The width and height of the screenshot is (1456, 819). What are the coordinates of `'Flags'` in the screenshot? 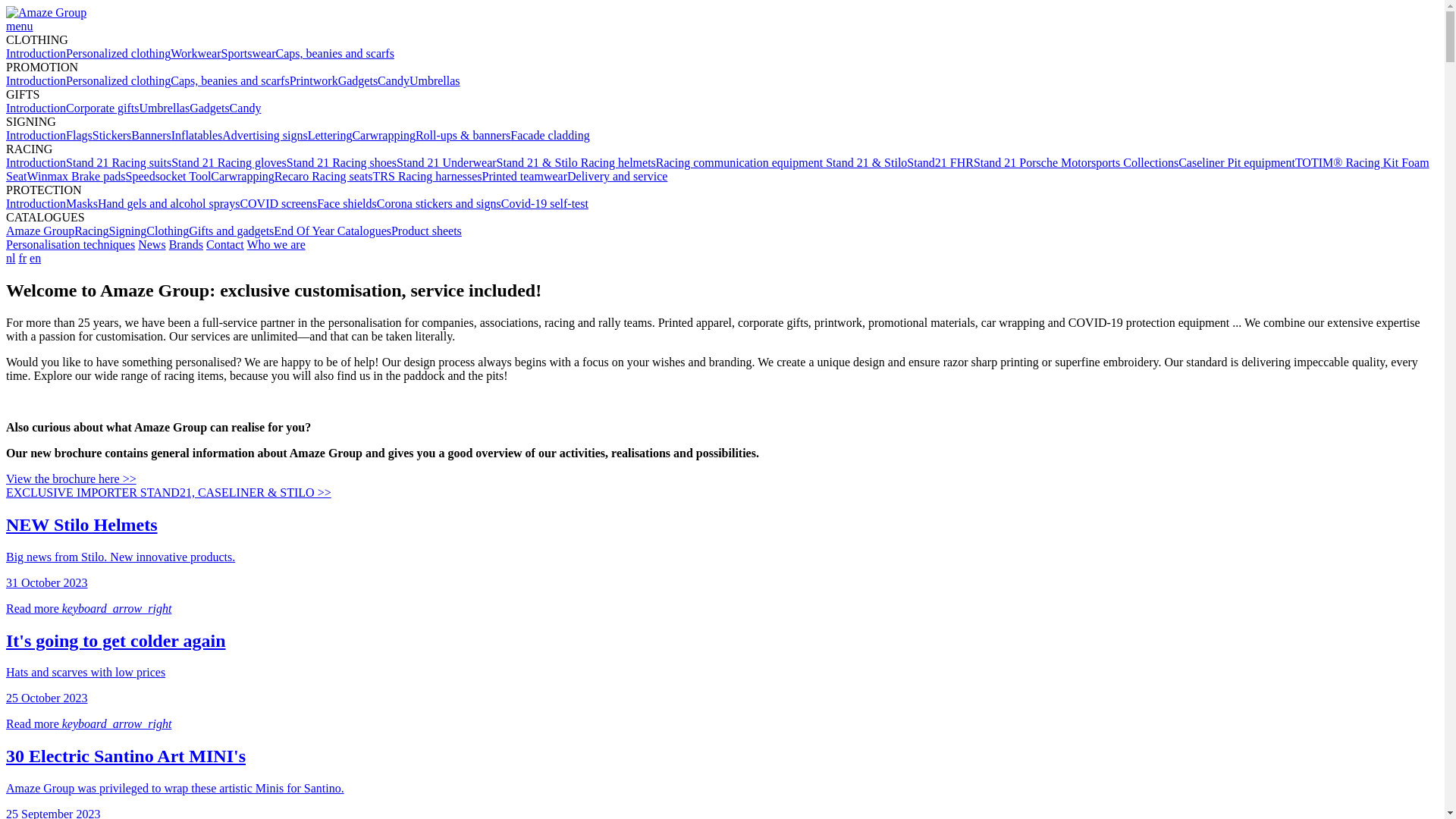 It's located at (64, 134).